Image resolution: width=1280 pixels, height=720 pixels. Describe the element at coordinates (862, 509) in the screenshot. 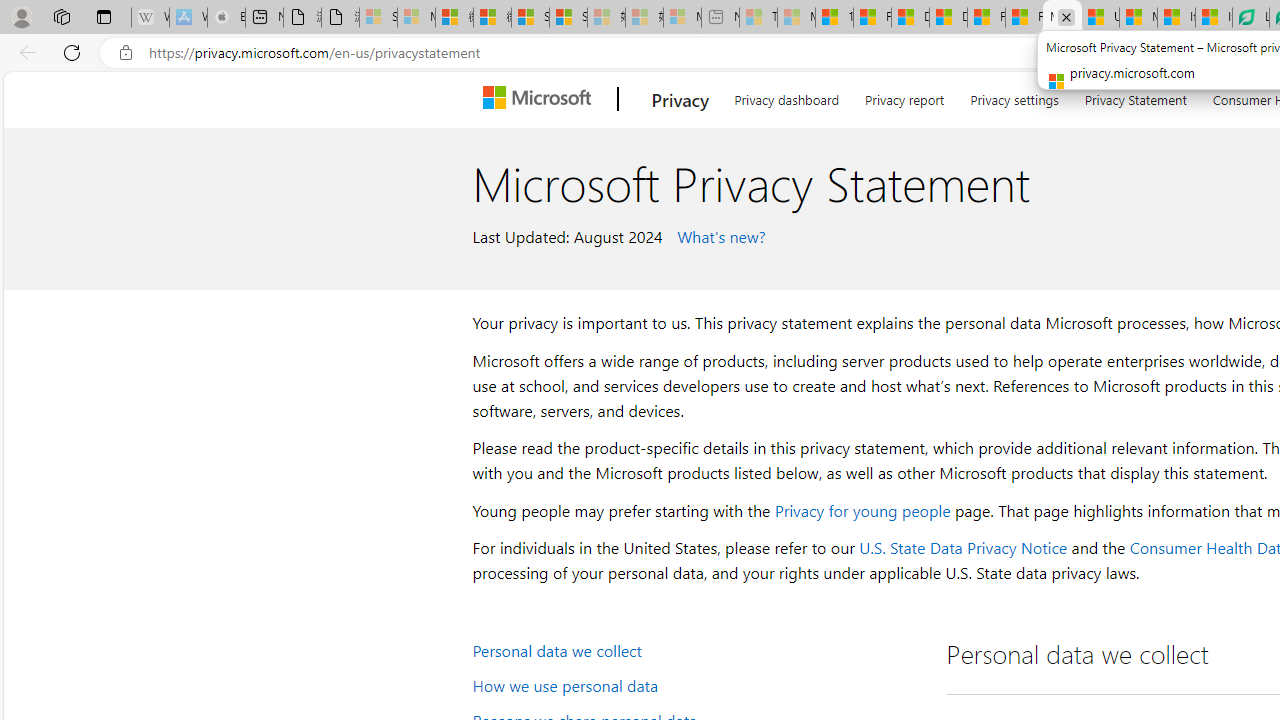

I see `'Privacy for young people'` at that location.